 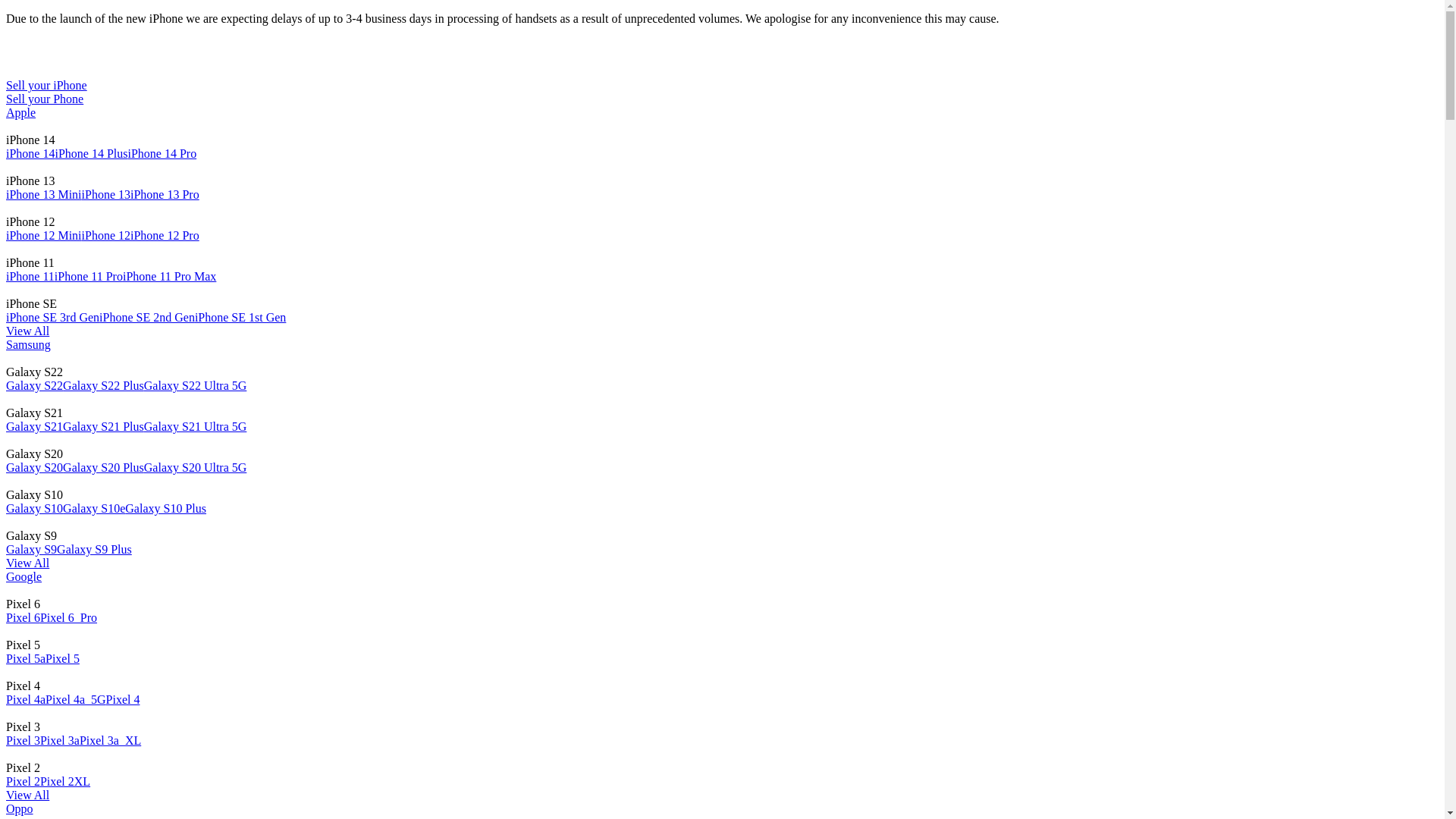 What do you see at coordinates (87, 276) in the screenshot?
I see `'iPhone 11 Pro'` at bounding box center [87, 276].